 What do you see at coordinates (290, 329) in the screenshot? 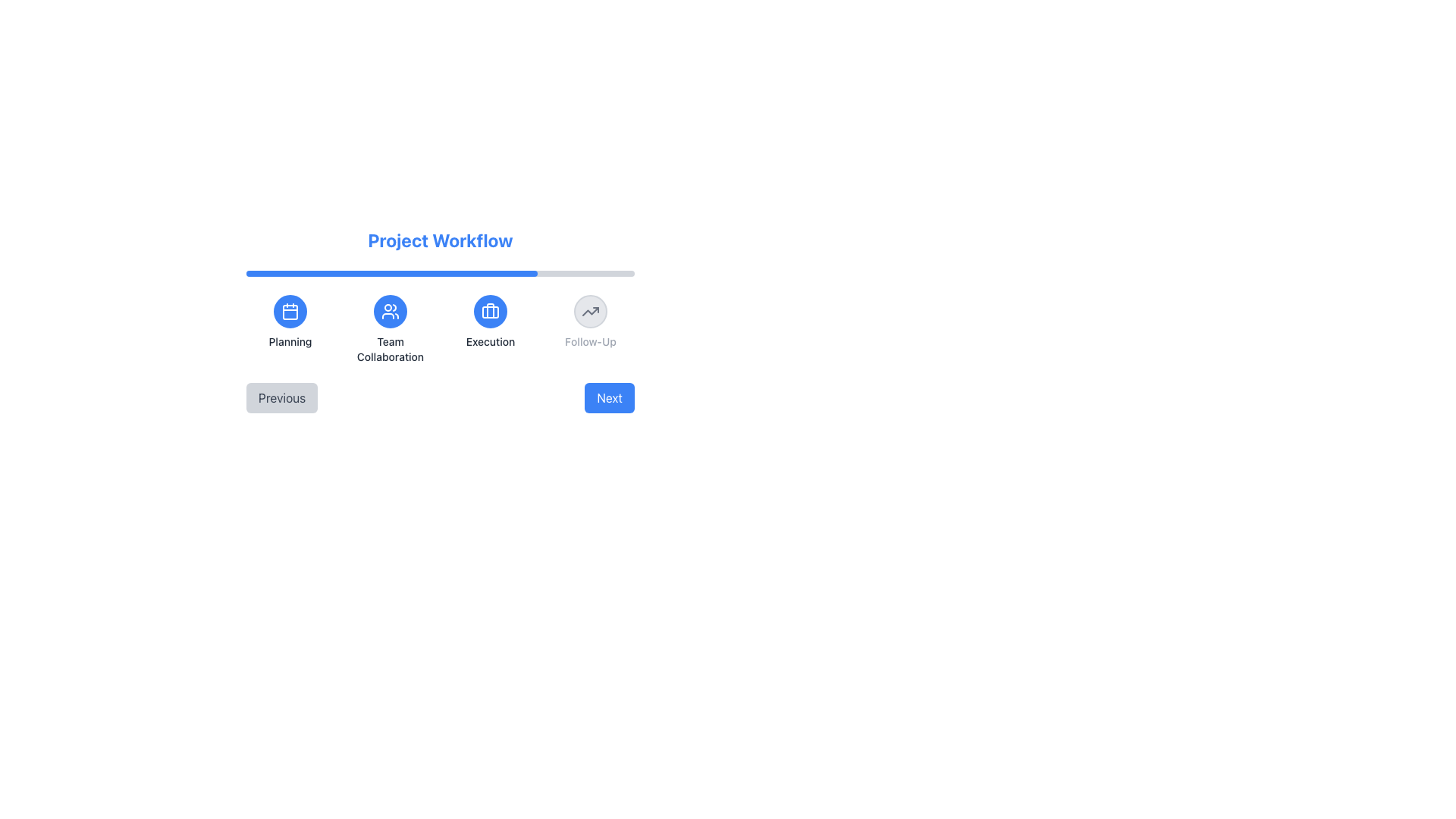
I see `the 'Planning' icon and text label, which features a blue circular calendar icon and is located in the first column of the grid layout, before the 'Team Collaboration' section` at bounding box center [290, 329].